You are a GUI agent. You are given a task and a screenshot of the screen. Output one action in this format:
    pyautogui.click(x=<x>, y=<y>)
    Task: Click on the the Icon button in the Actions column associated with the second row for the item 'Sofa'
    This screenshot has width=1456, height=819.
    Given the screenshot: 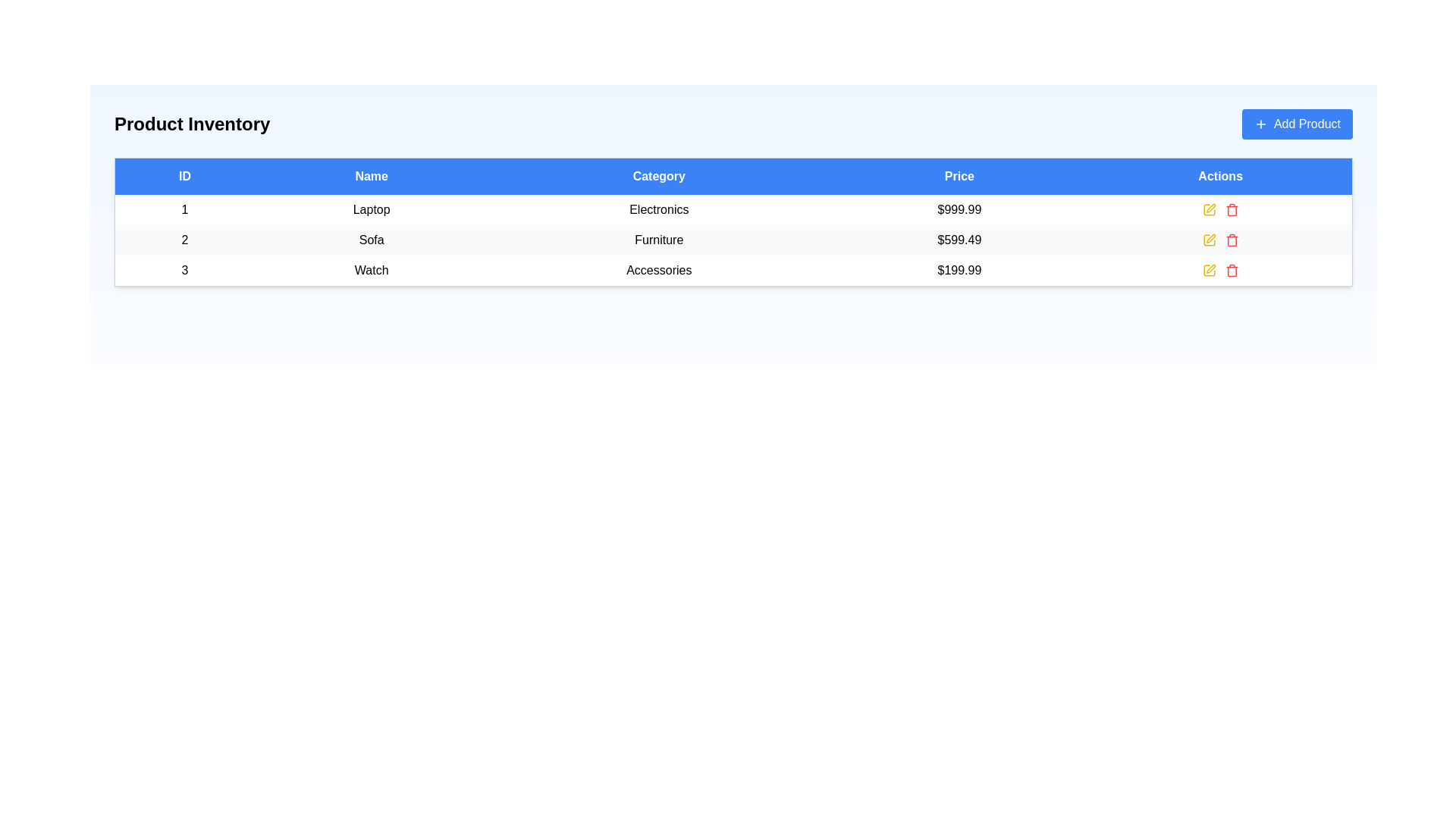 What is the action you would take?
    pyautogui.click(x=1210, y=238)
    